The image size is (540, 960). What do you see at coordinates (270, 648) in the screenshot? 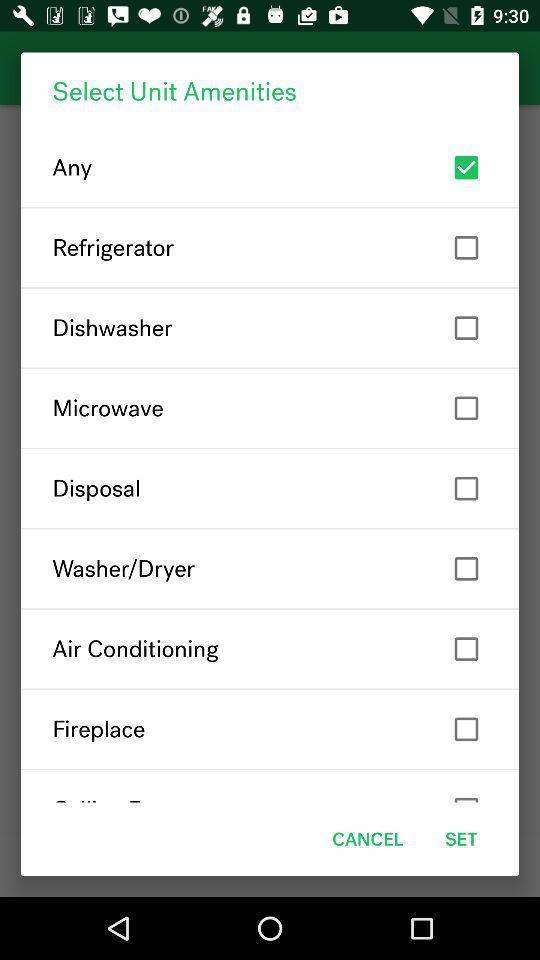
I see `item above the fireplace` at bounding box center [270, 648].